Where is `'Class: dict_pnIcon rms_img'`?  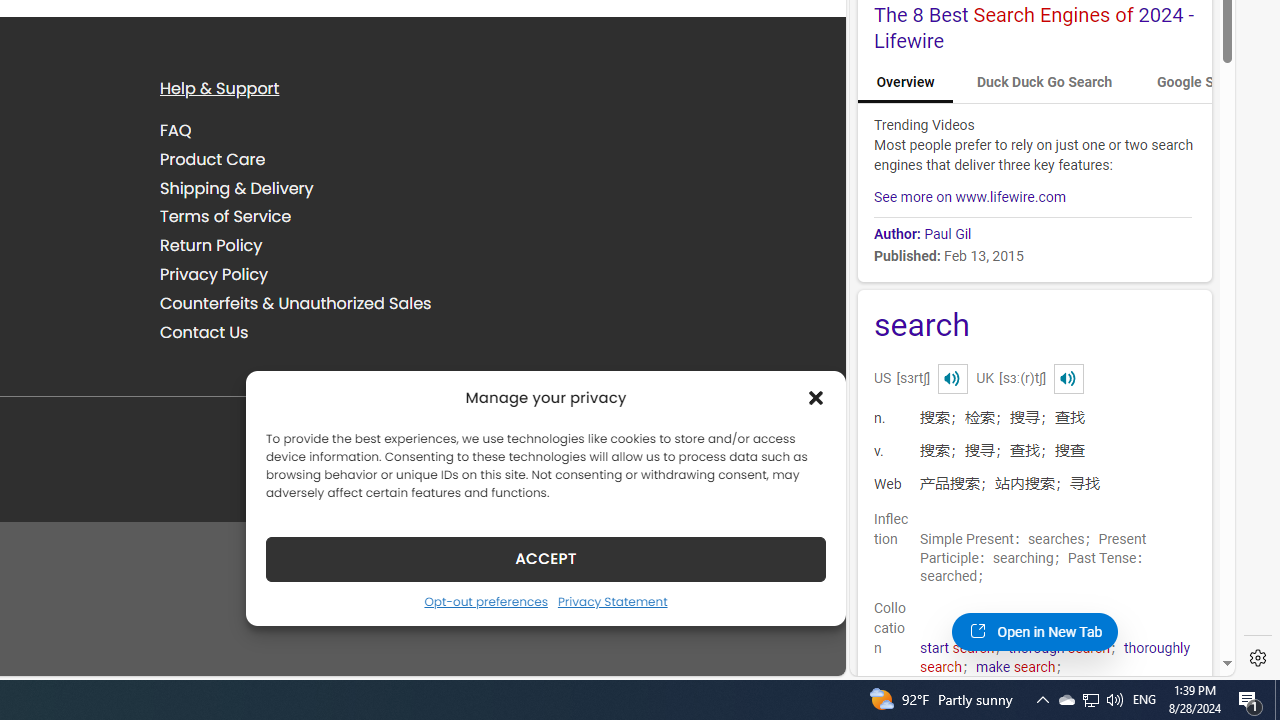 'Class: dict_pnIcon rms_img' is located at coordinates (1067, 378).